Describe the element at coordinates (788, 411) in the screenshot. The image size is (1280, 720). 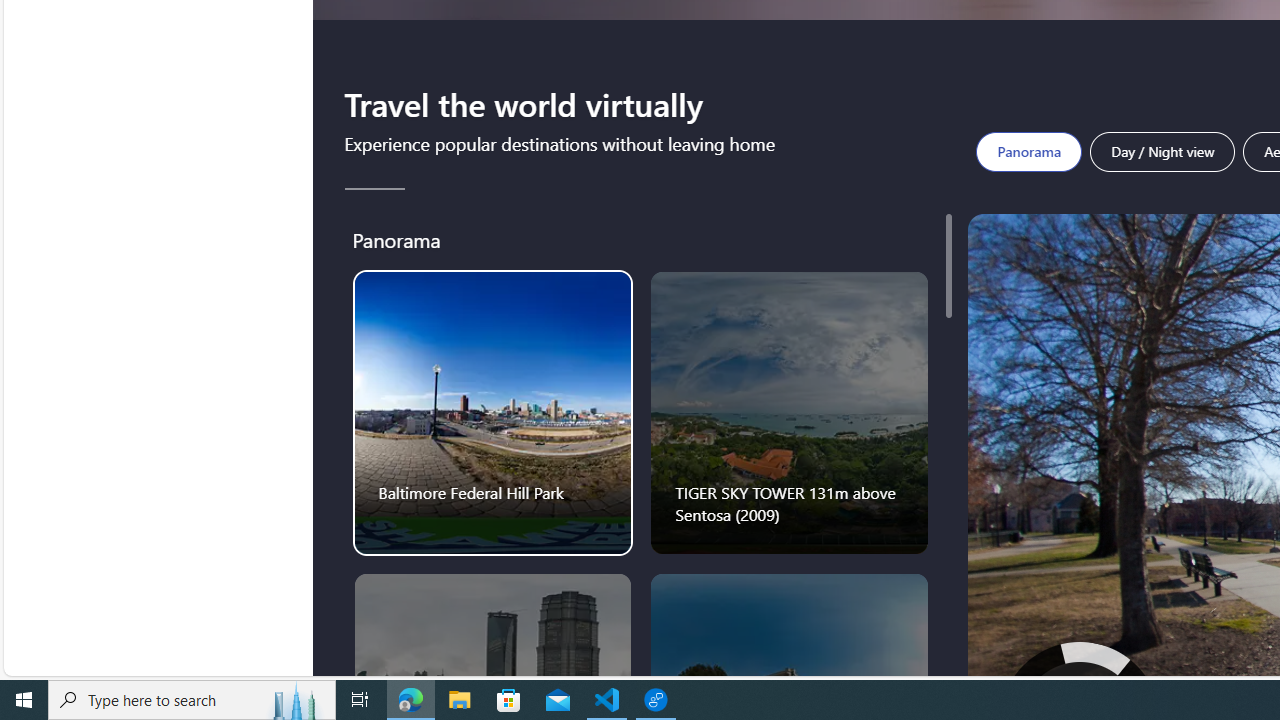
I see `'TIGER SKY TOWER 131m above Sentosa (2009)'` at that location.